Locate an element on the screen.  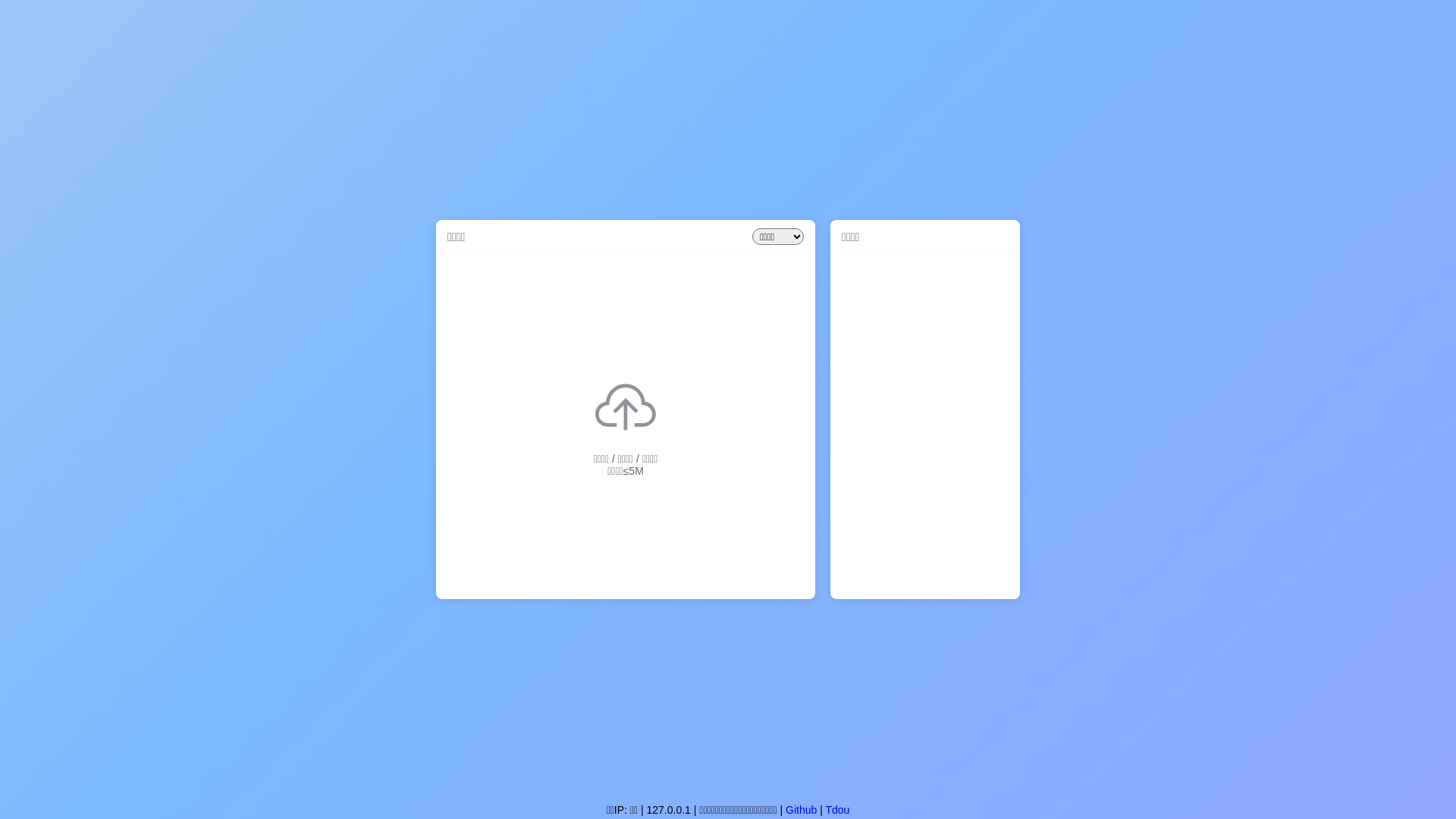
'Tdou' is located at coordinates (824, 809).